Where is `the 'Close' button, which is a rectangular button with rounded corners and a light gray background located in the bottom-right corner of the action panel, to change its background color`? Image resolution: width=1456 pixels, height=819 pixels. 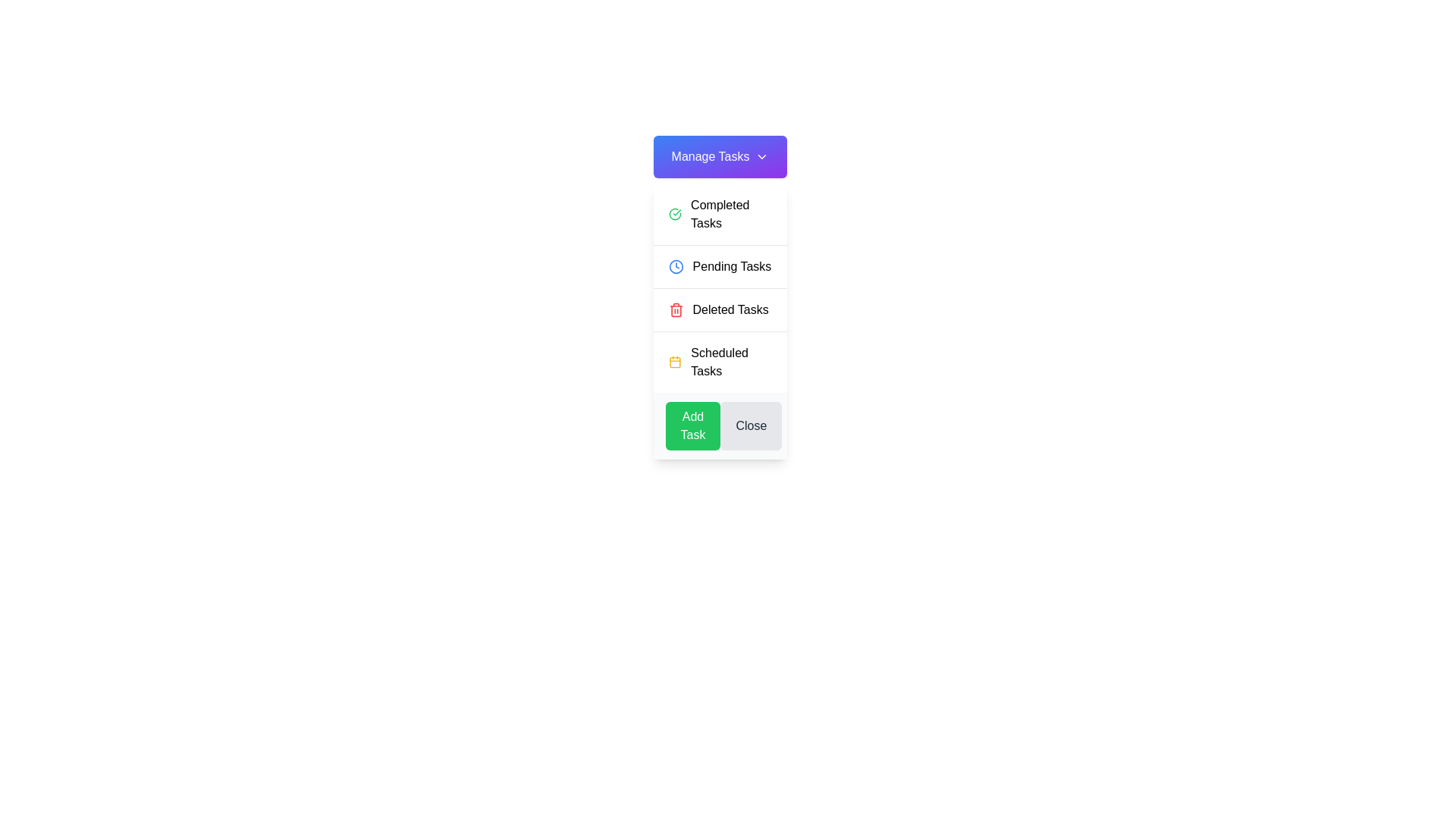 the 'Close' button, which is a rectangular button with rounded corners and a light gray background located in the bottom-right corner of the action panel, to change its background color is located at coordinates (751, 426).